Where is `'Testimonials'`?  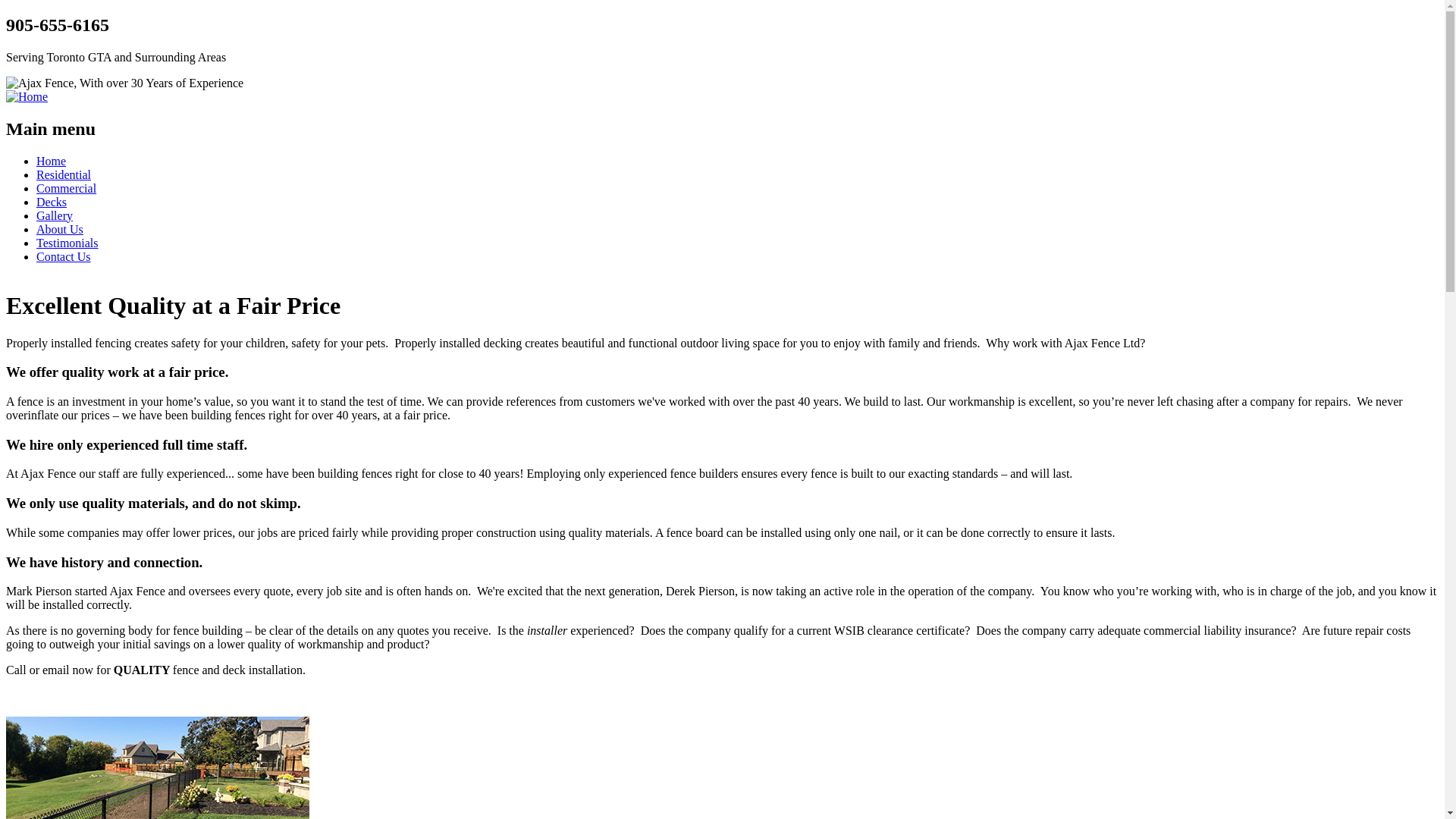 'Testimonials' is located at coordinates (67, 242).